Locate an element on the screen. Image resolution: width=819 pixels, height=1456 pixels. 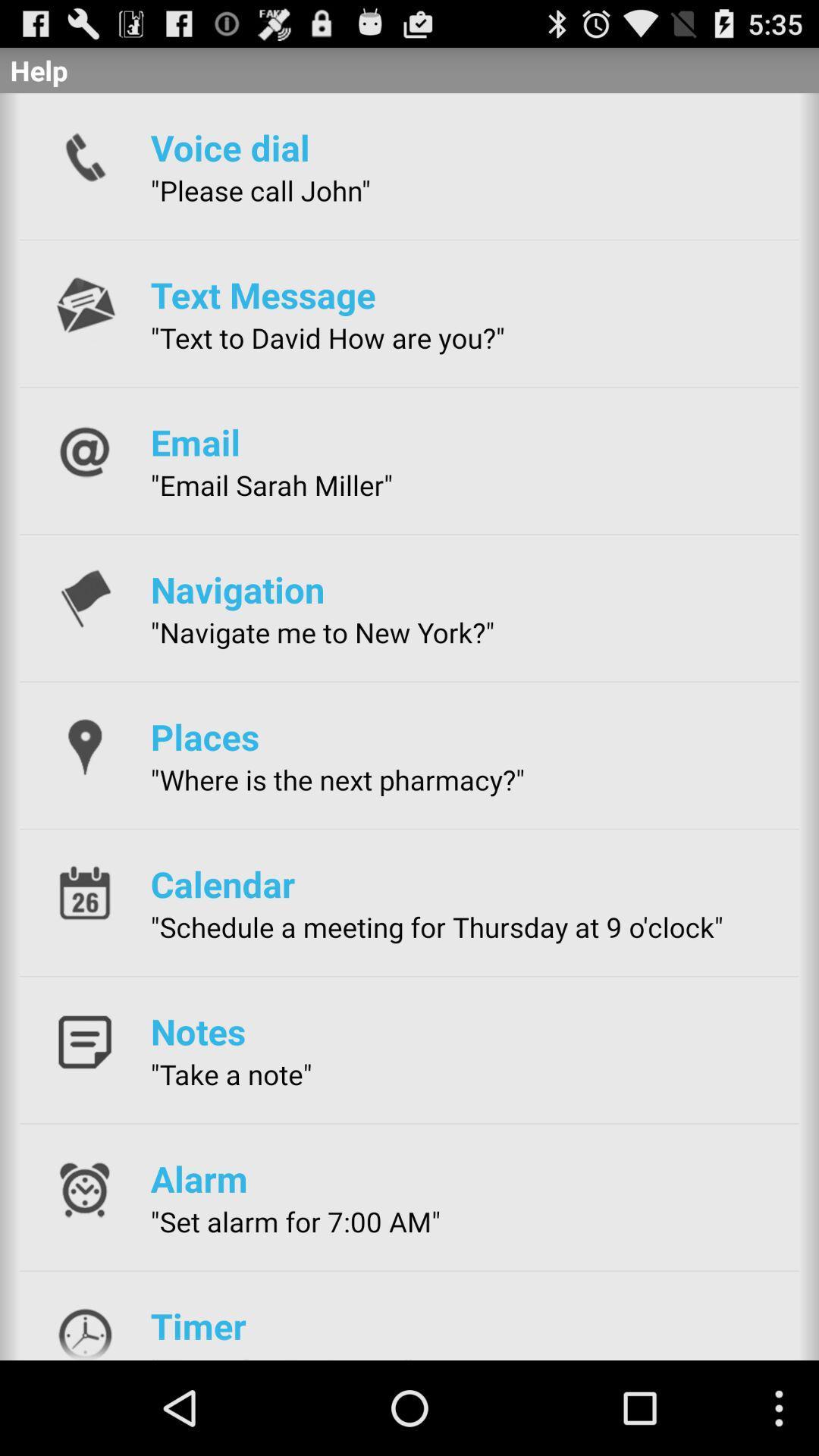
navigate me to is located at coordinates (322, 632).